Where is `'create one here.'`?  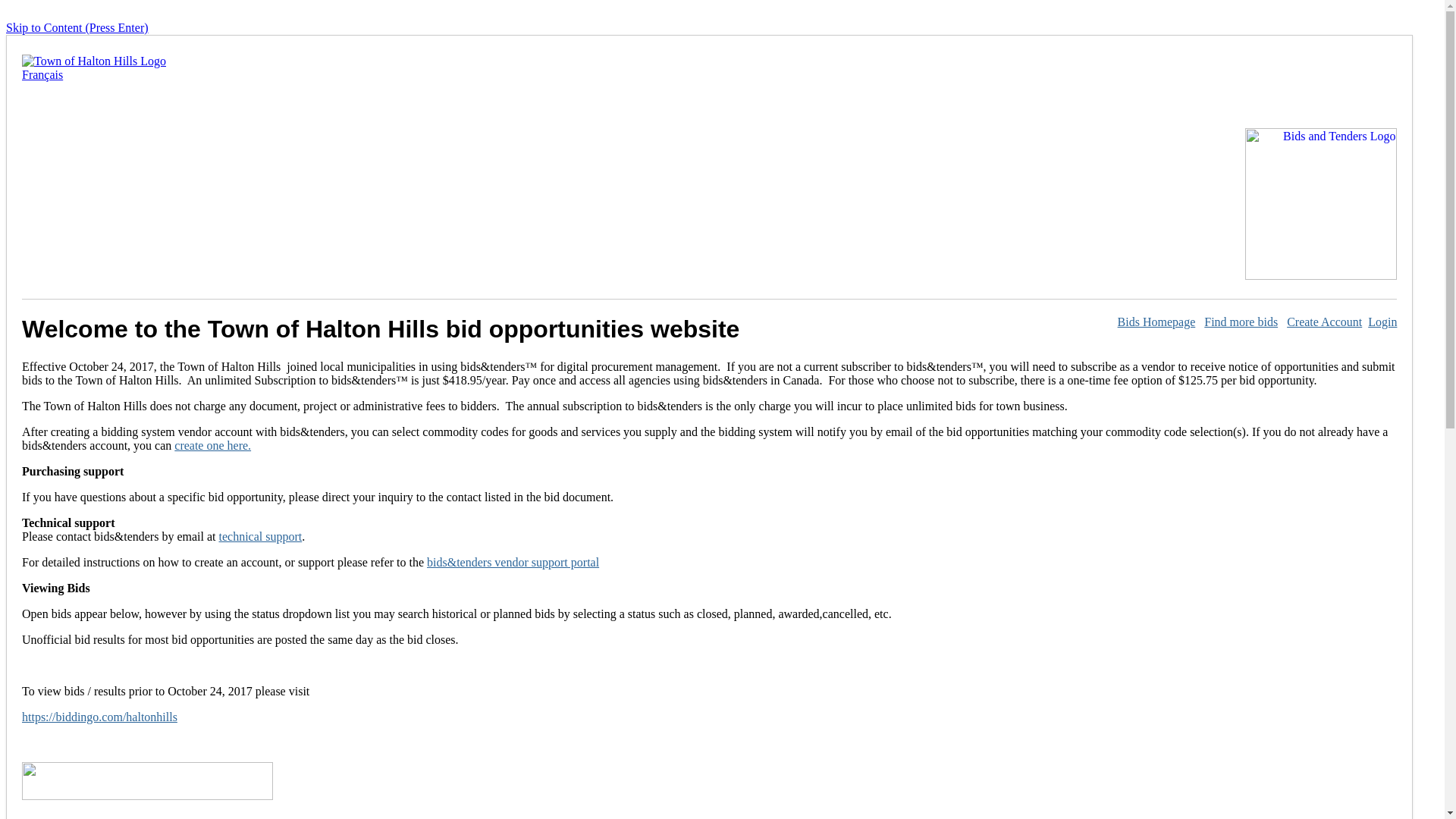 'create one here.' is located at coordinates (212, 444).